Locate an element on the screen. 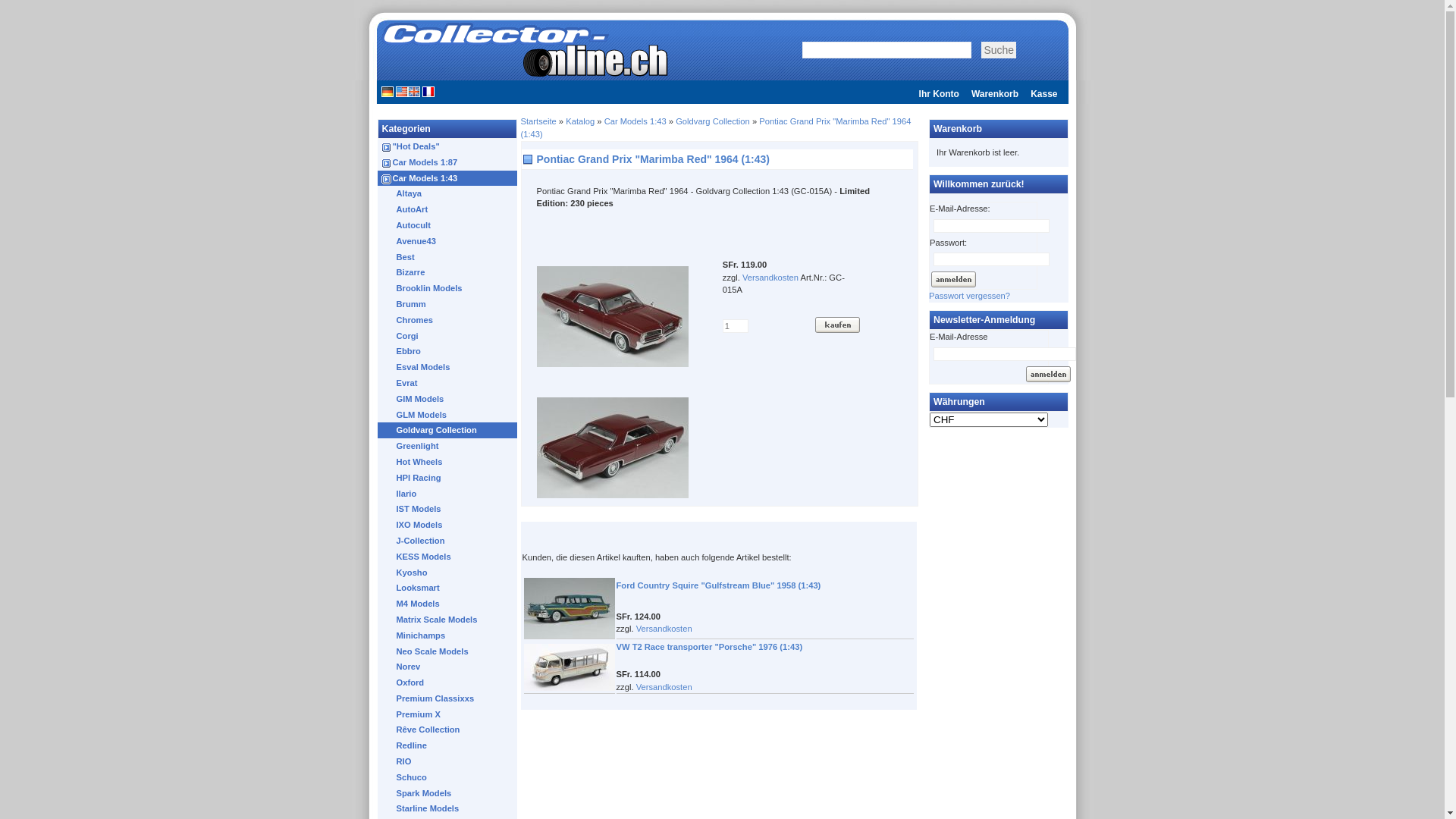 The image size is (1456, 819). 'Brumm' is located at coordinates (449, 304).